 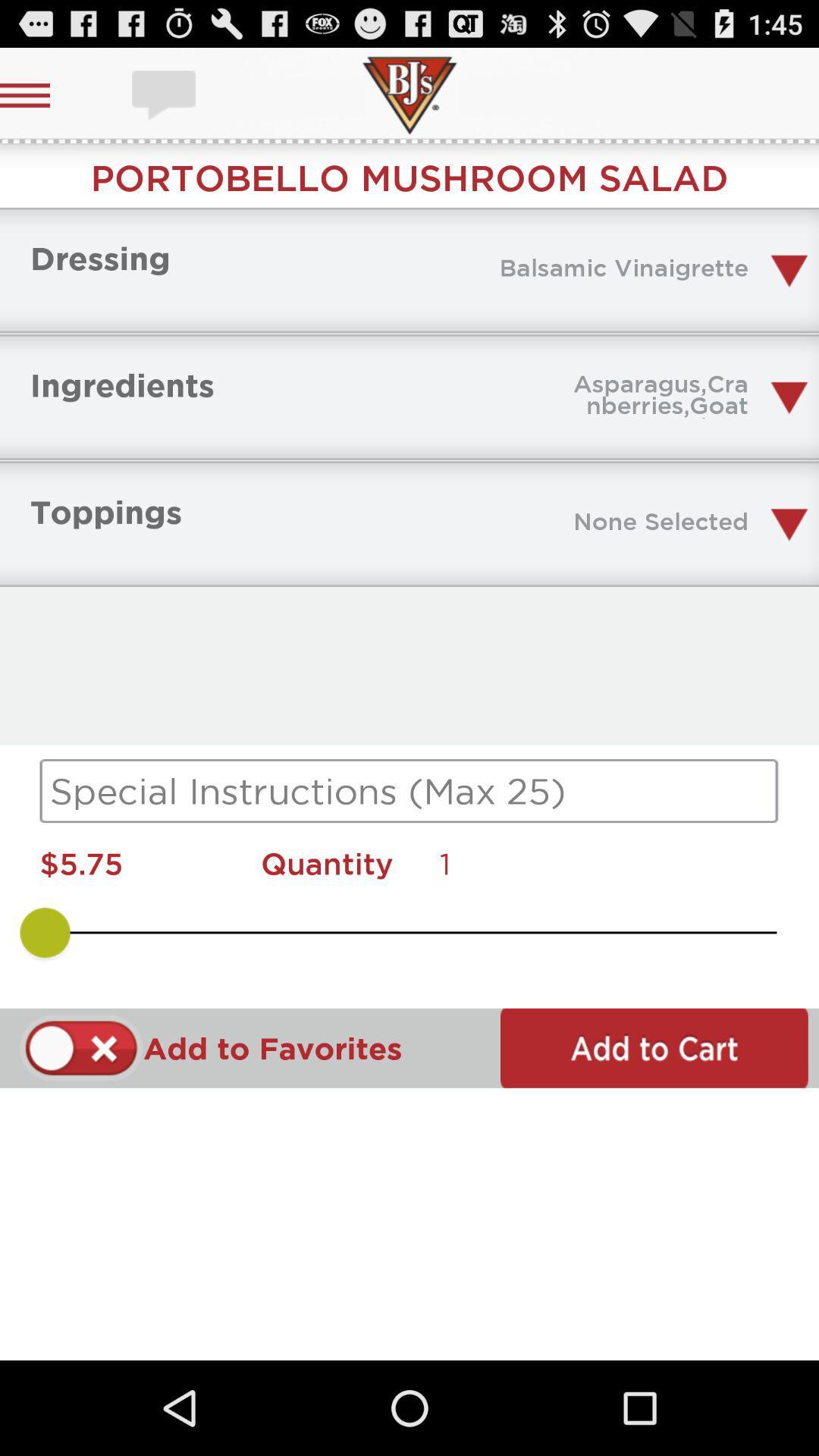 What do you see at coordinates (81, 1047) in the screenshot?
I see `do not add to favorites` at bounding box center [81, 1047].